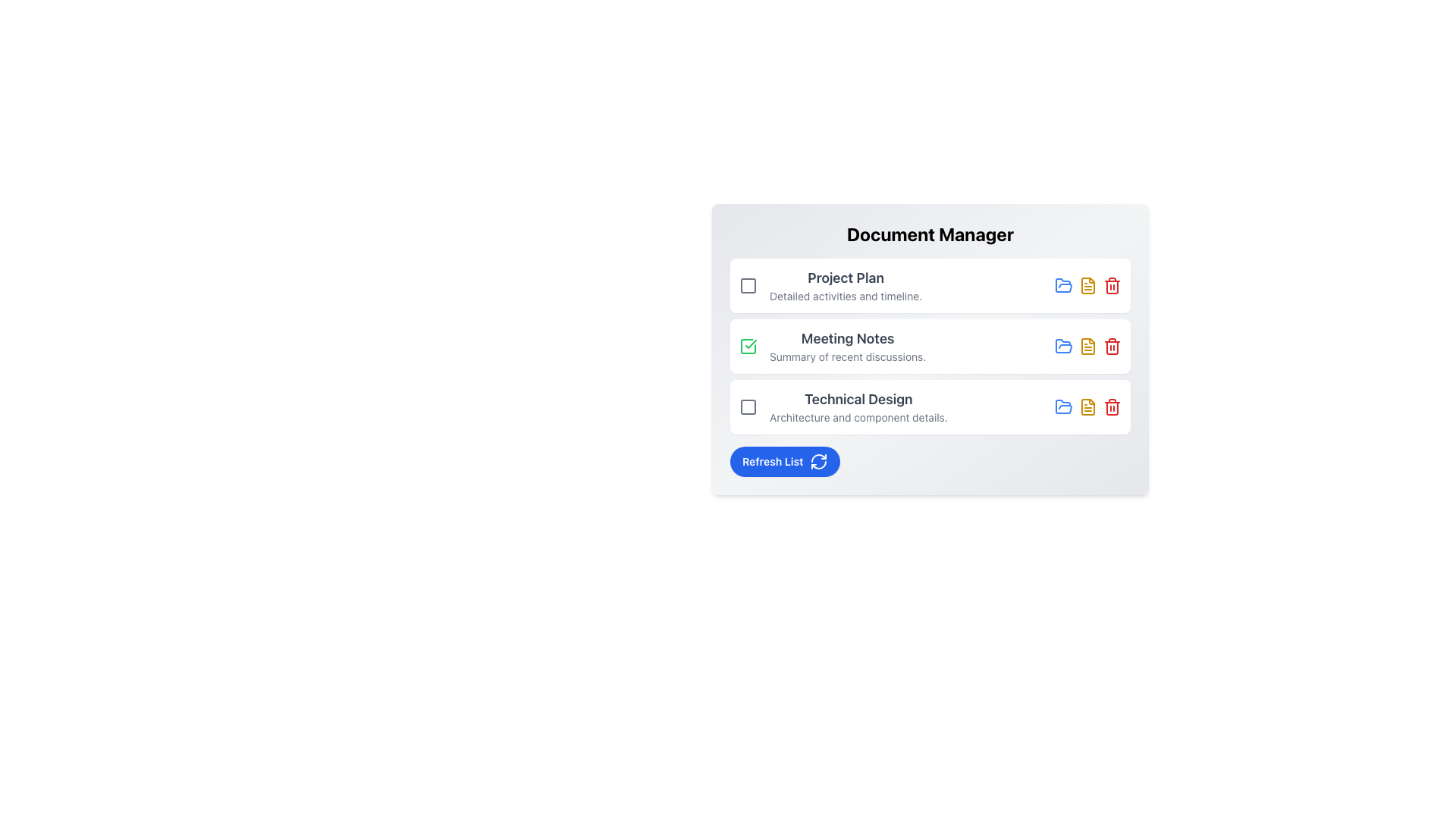  I want to click on the yellow file icon, which is the second interactive icon in the row of controls for the 'Meeting Notes' item in the Document Manager list, so click(1087, 346).